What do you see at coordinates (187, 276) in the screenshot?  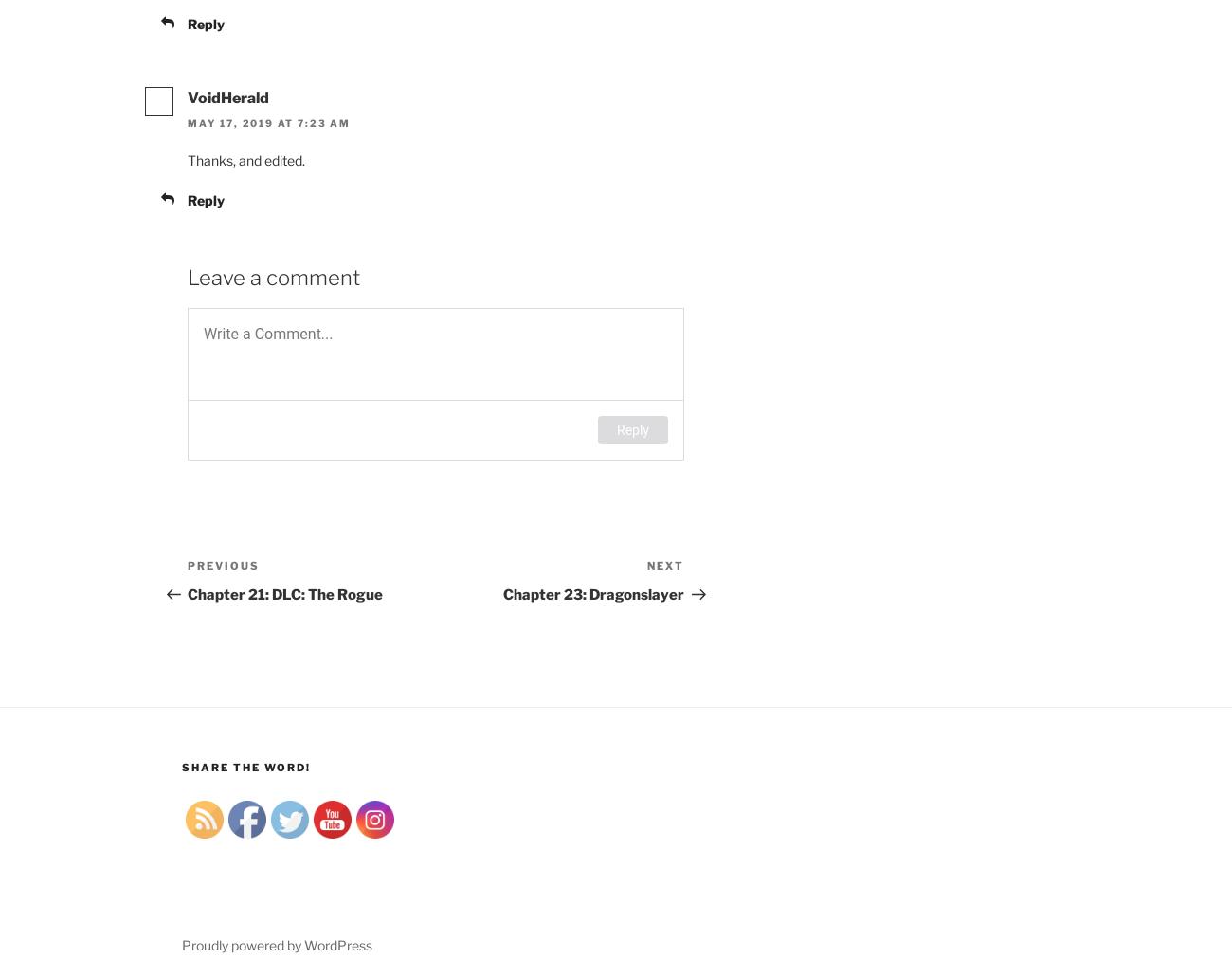 I see `'Leave a comment'` at bounding box center [187, 276].